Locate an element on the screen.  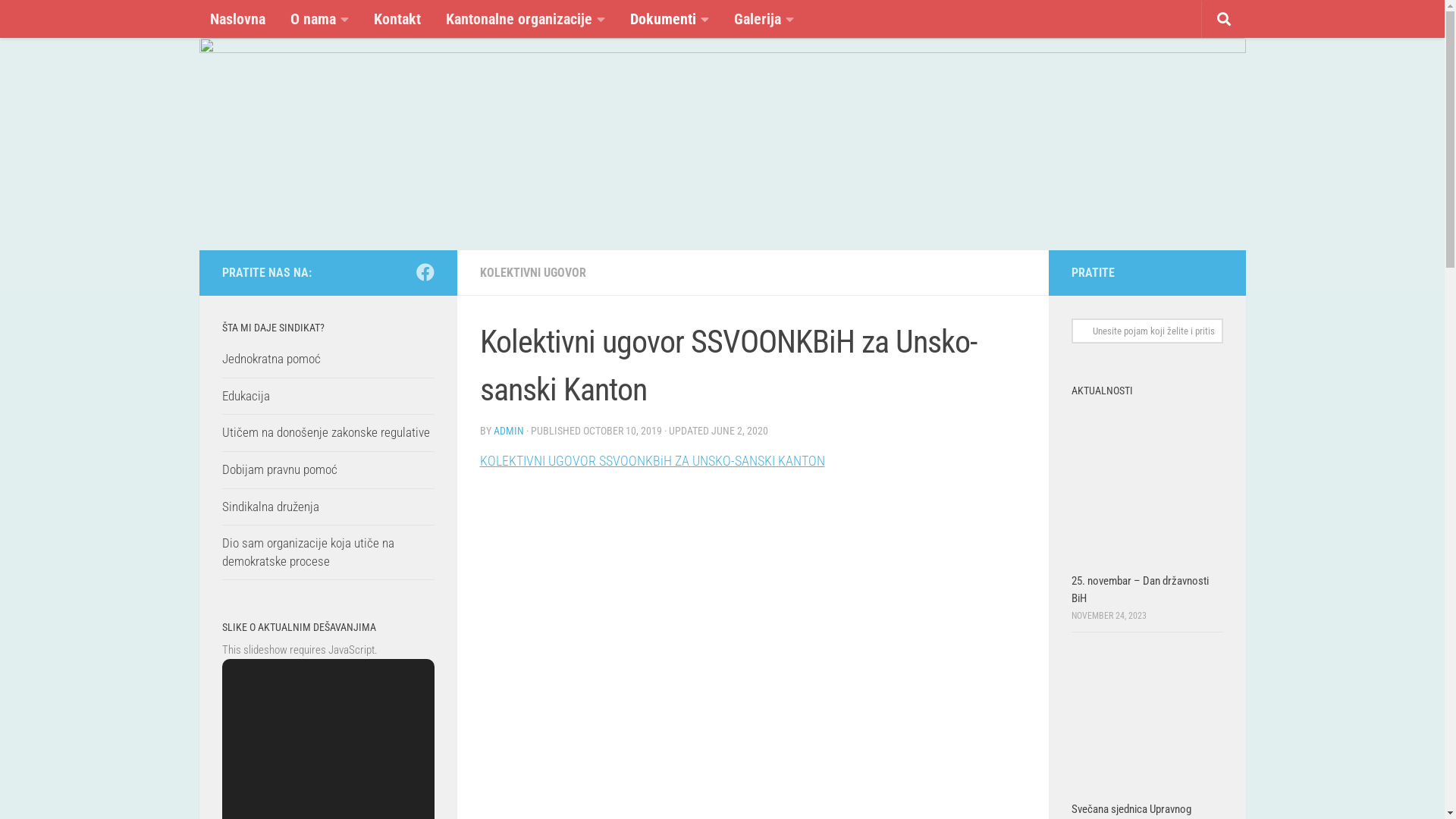
'Kantonalne organizacije' is located at coordinates (525, 19).